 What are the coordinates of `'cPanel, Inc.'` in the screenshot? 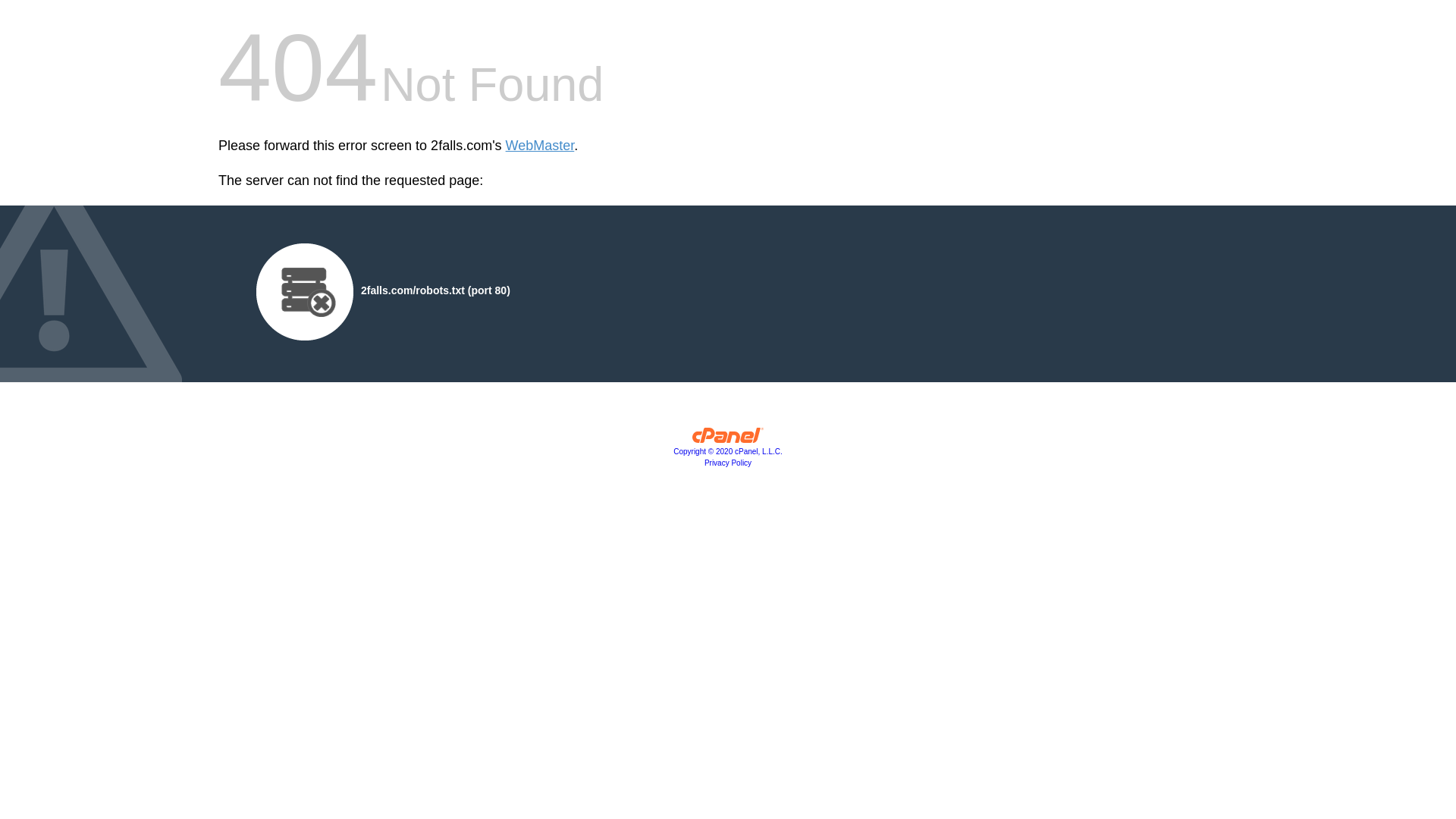 It's located at (728, 438).